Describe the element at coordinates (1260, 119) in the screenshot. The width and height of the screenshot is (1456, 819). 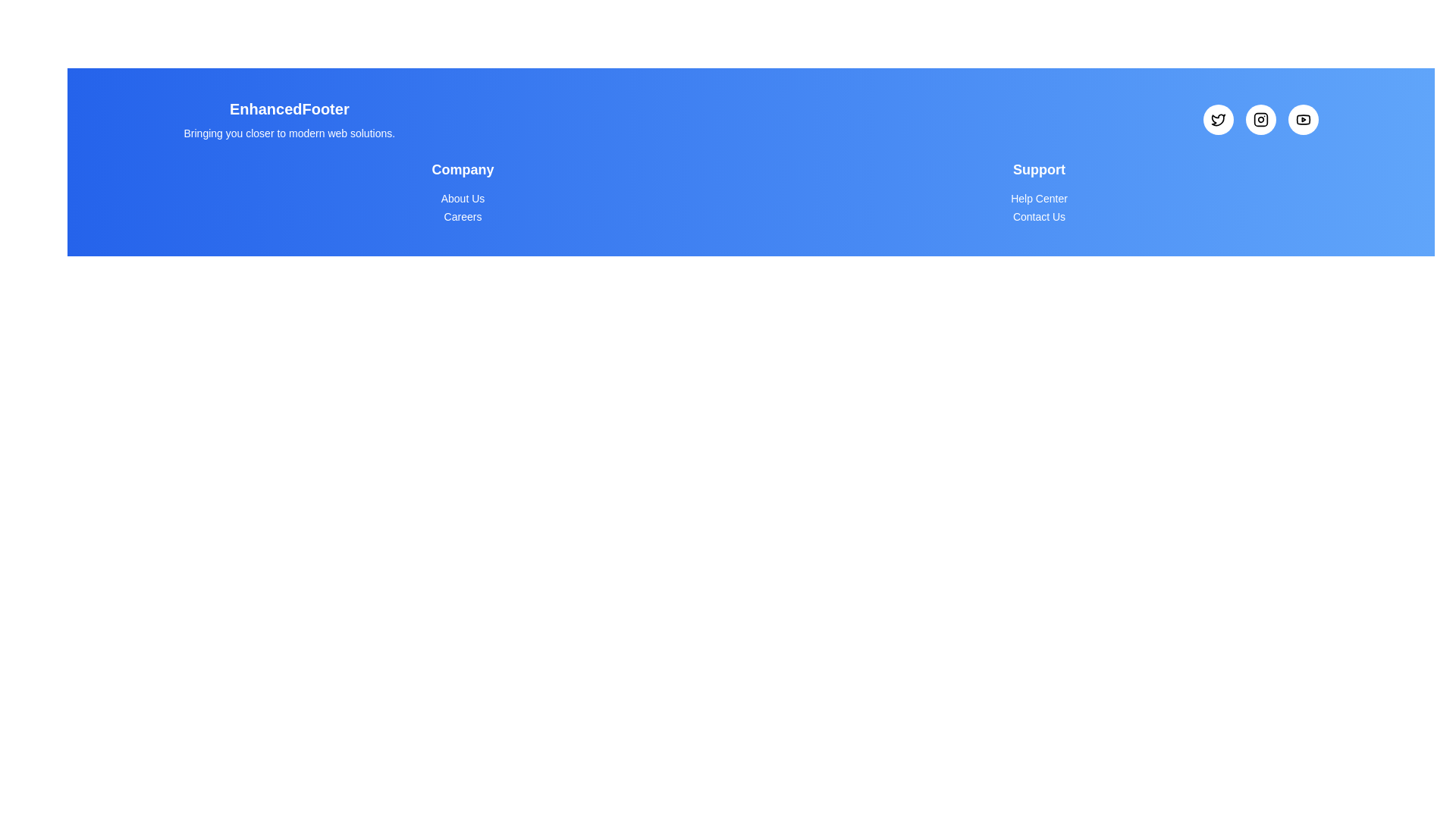
I see `the middle icon link in the footer that navigates to the Instagram social media page` at that location.